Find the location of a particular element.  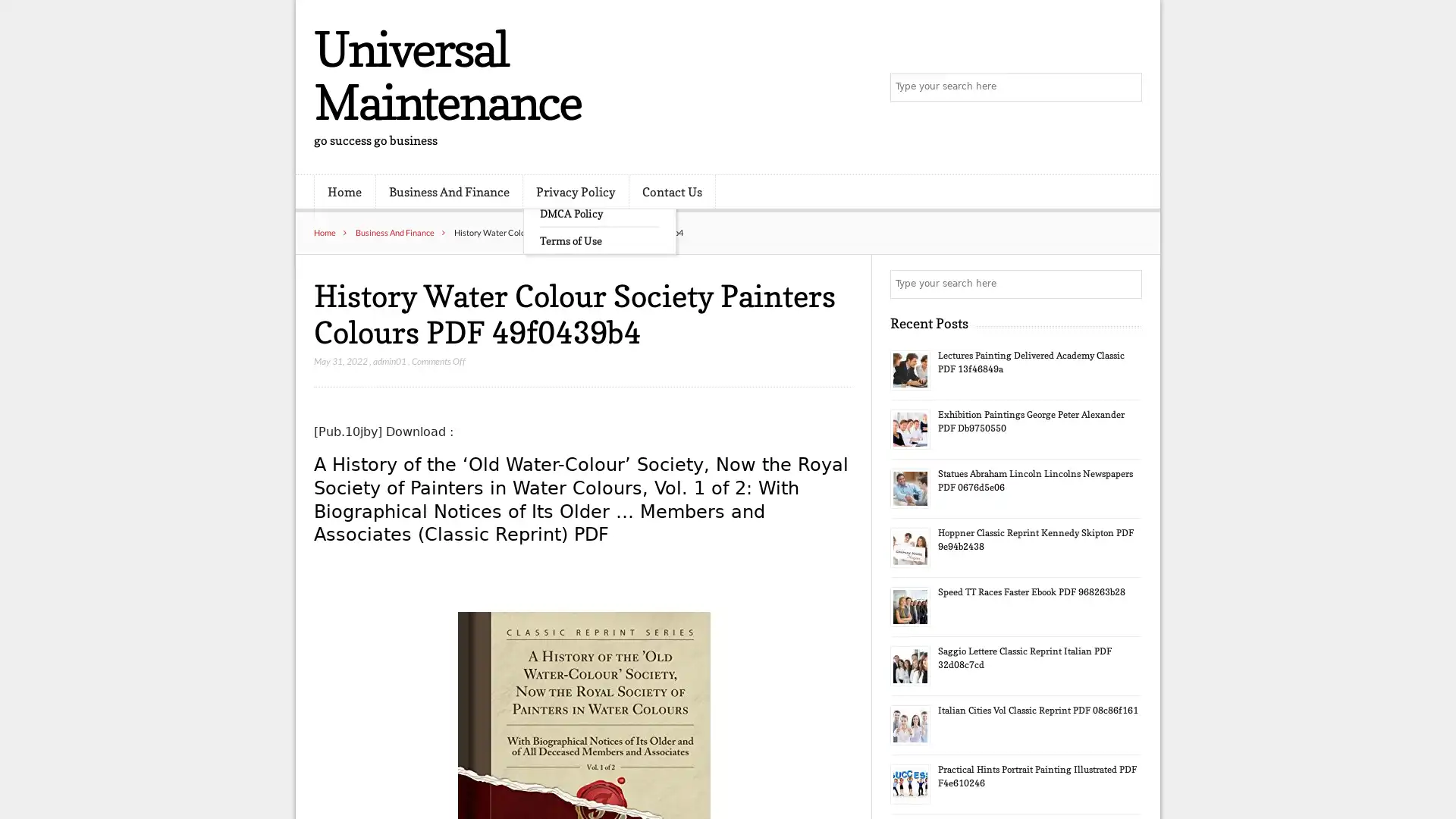

Search is located at coordinates (1126, 87).